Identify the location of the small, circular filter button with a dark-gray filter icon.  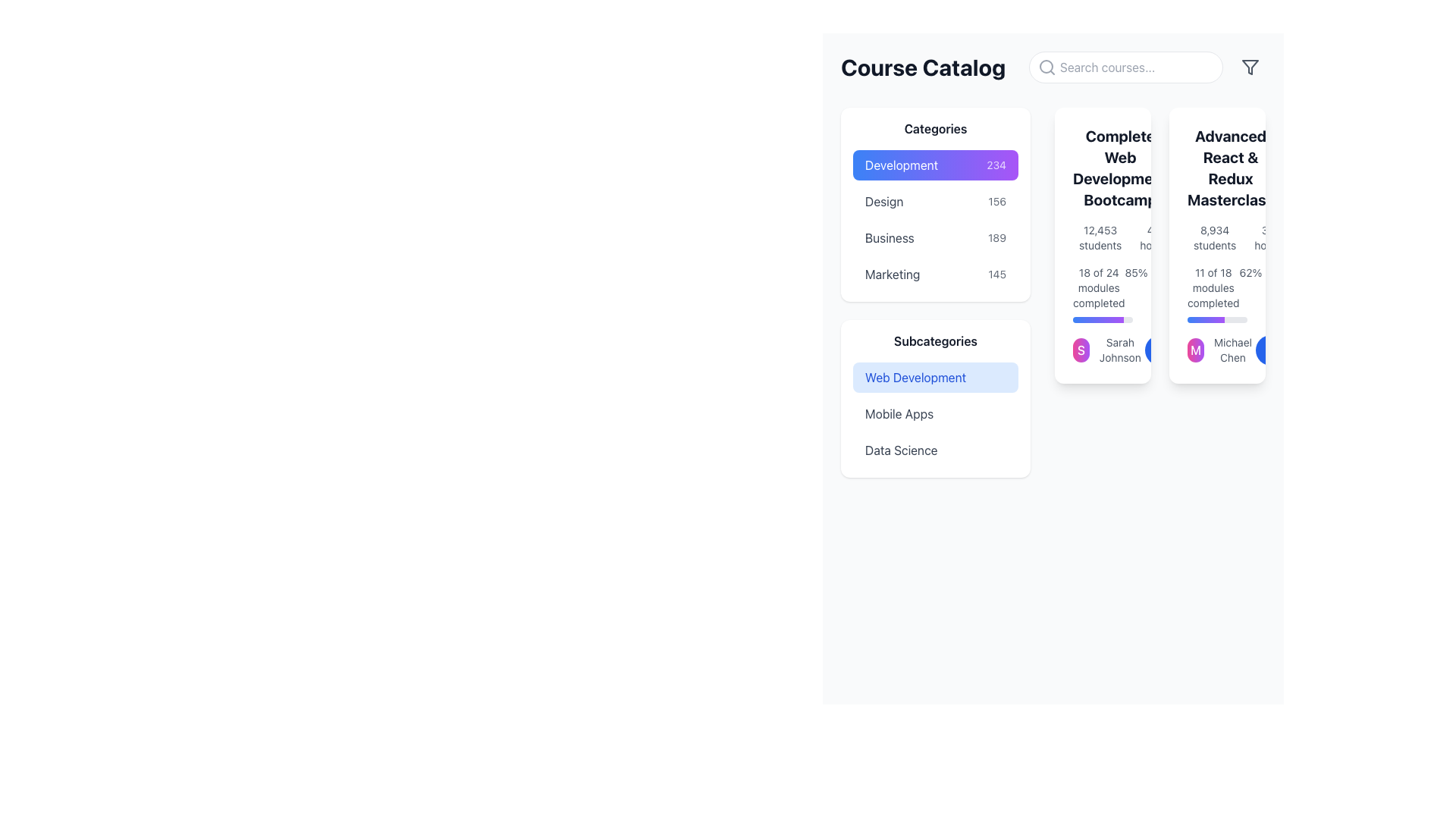
(1250, 66).